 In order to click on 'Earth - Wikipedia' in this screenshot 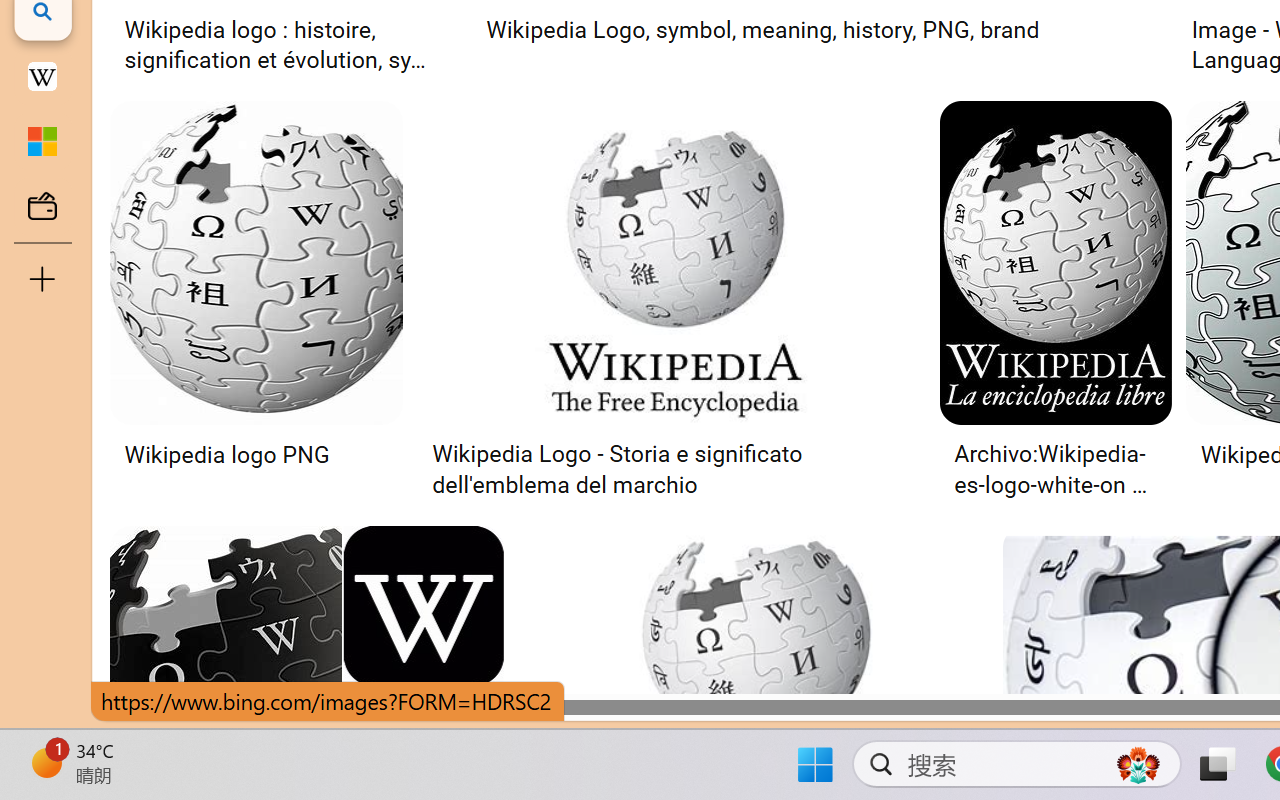, I will do `click(42, 76)`.